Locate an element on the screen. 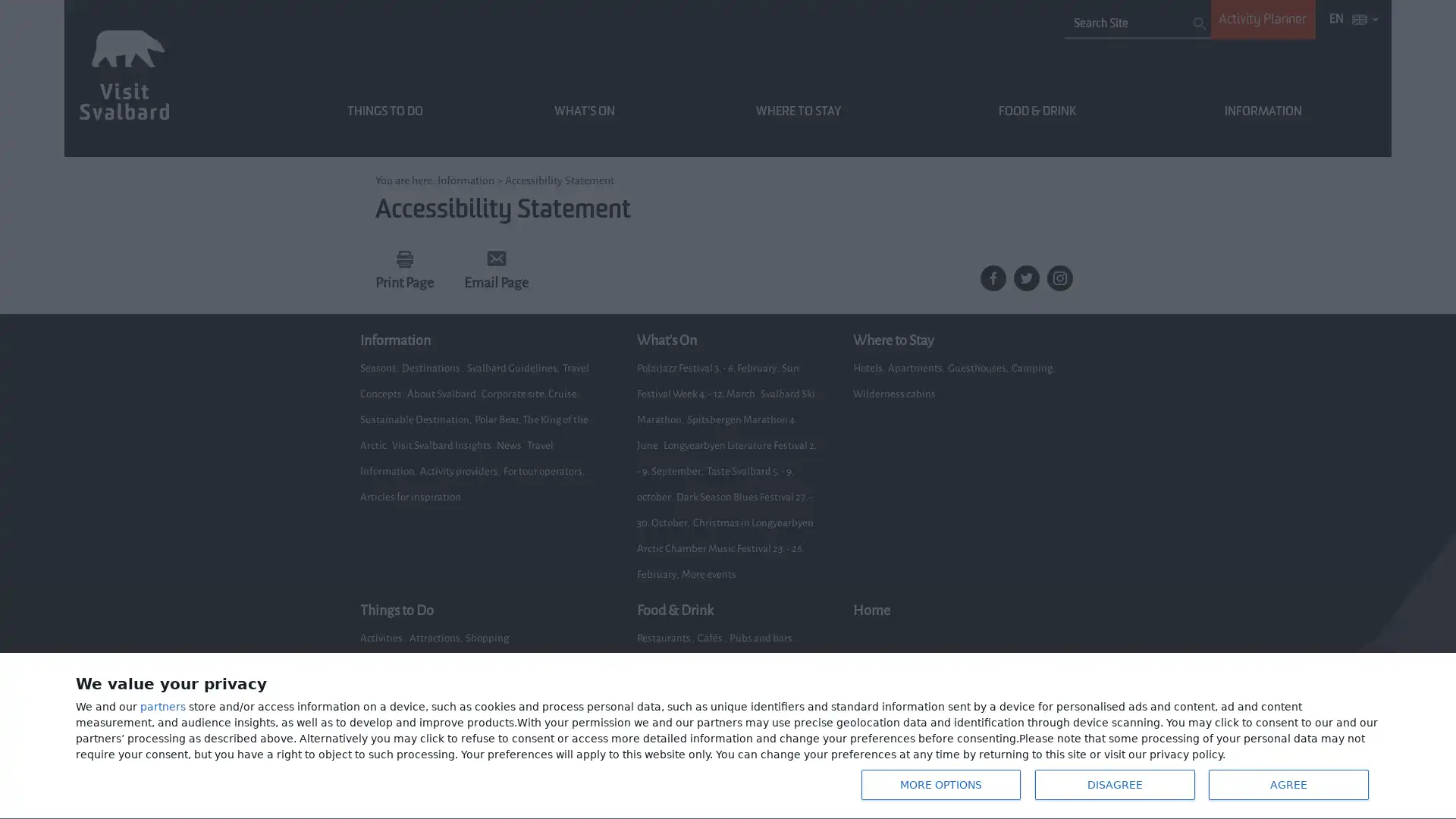 This screenshot has height=819, width=1456. partners is located at coordinates (163, 710).